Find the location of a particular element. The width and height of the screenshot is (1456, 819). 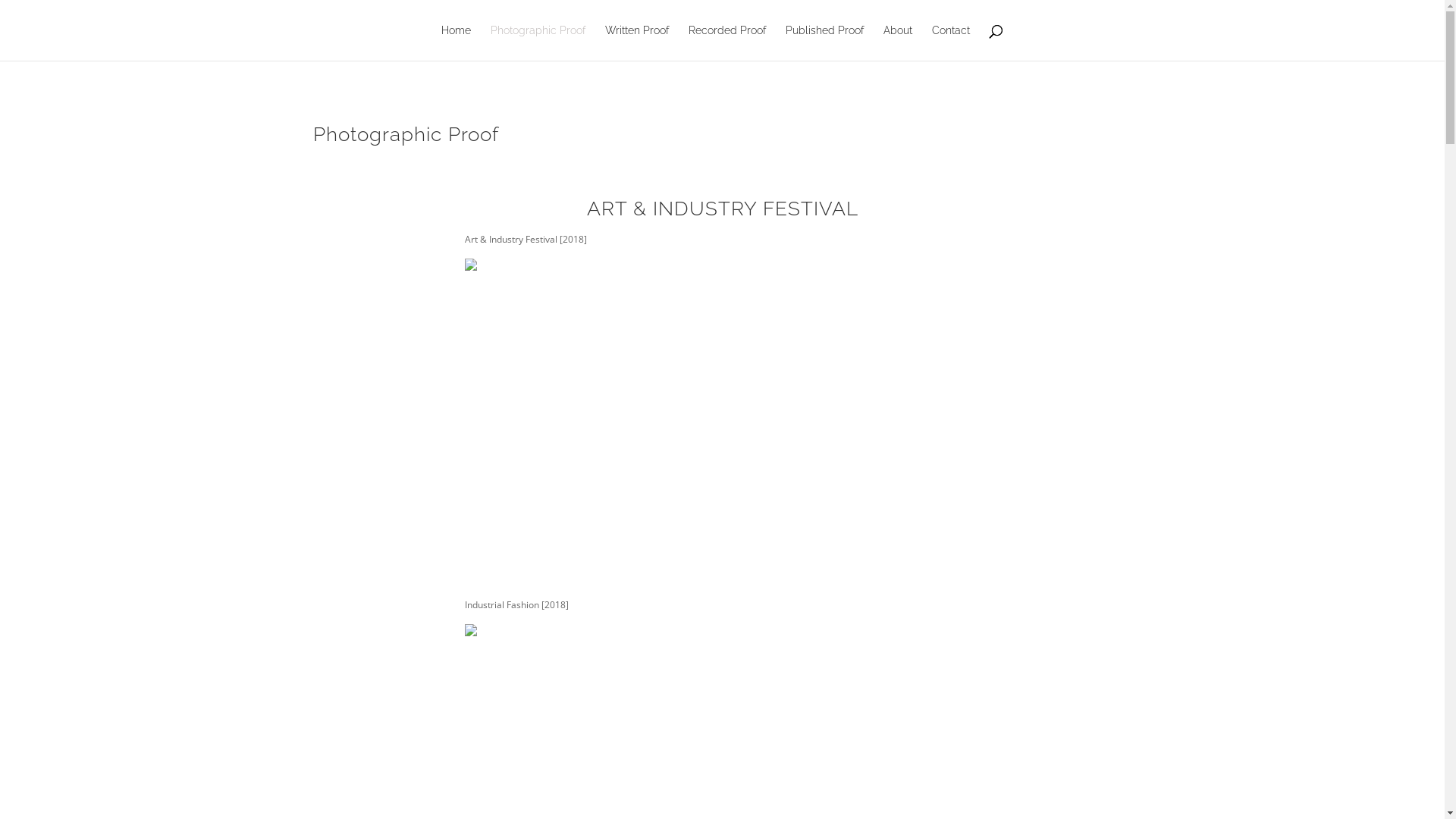

'Home' is located at coordinates (455, 42).